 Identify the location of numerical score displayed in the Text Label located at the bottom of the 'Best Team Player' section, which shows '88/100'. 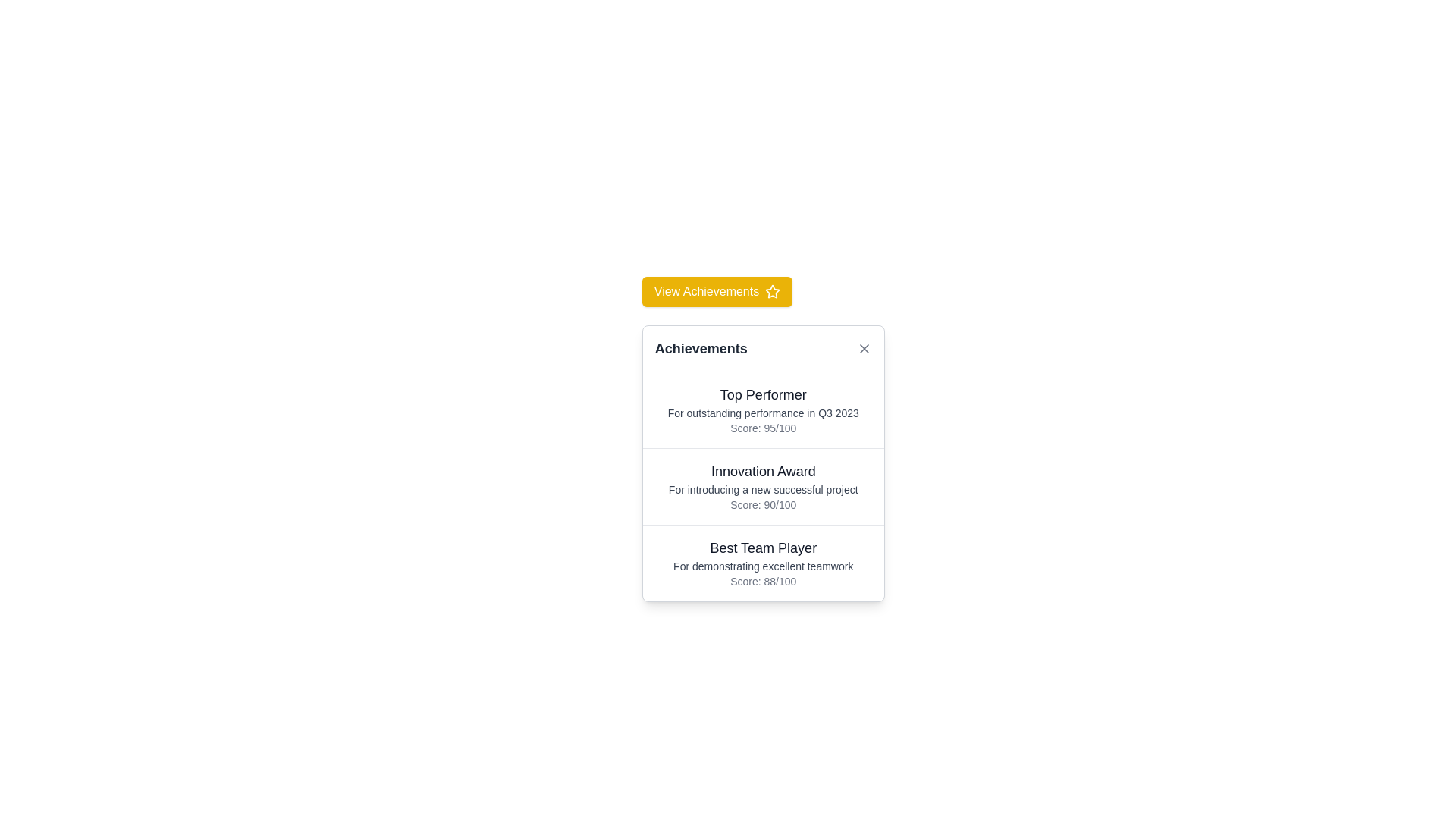
(763, 581).